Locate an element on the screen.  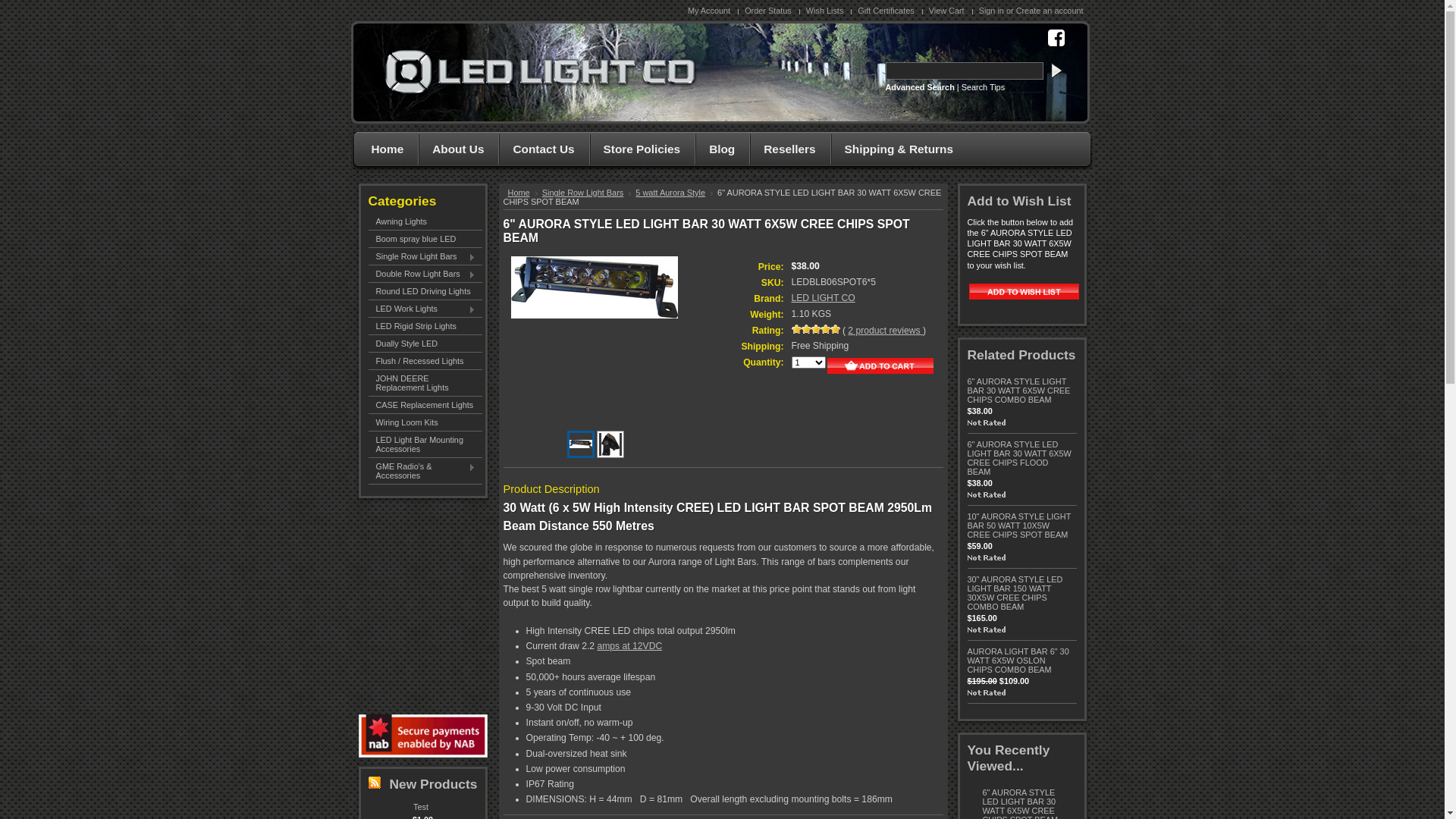
'Secure Payments by NAB' is located at coordinates (422, 735).